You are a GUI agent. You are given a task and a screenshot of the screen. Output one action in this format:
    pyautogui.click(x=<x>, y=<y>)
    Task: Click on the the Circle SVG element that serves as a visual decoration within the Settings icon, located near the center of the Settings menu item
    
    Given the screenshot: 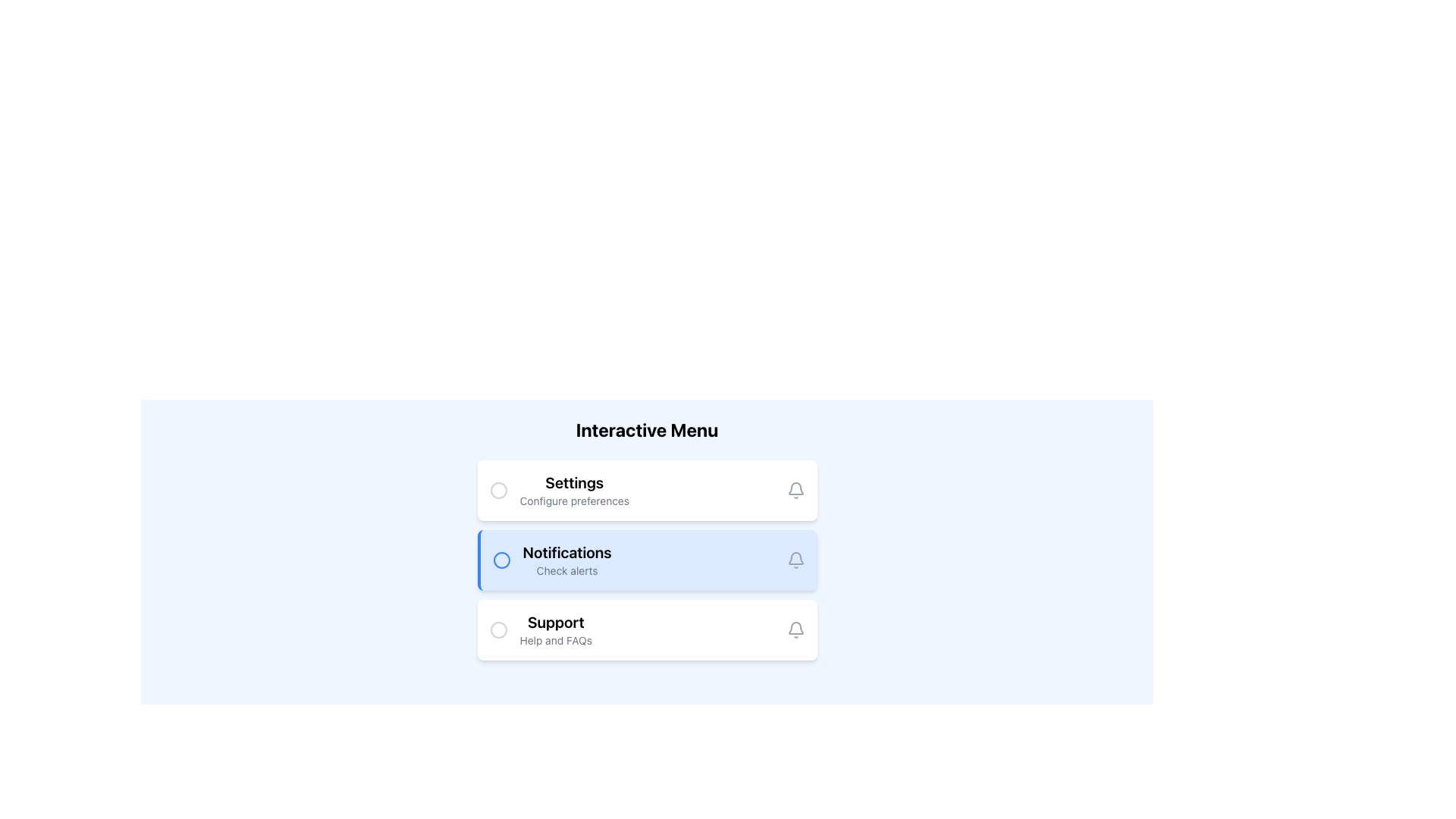 What is the action you would take?
    pyautogui.click(x=498, y=491)
    